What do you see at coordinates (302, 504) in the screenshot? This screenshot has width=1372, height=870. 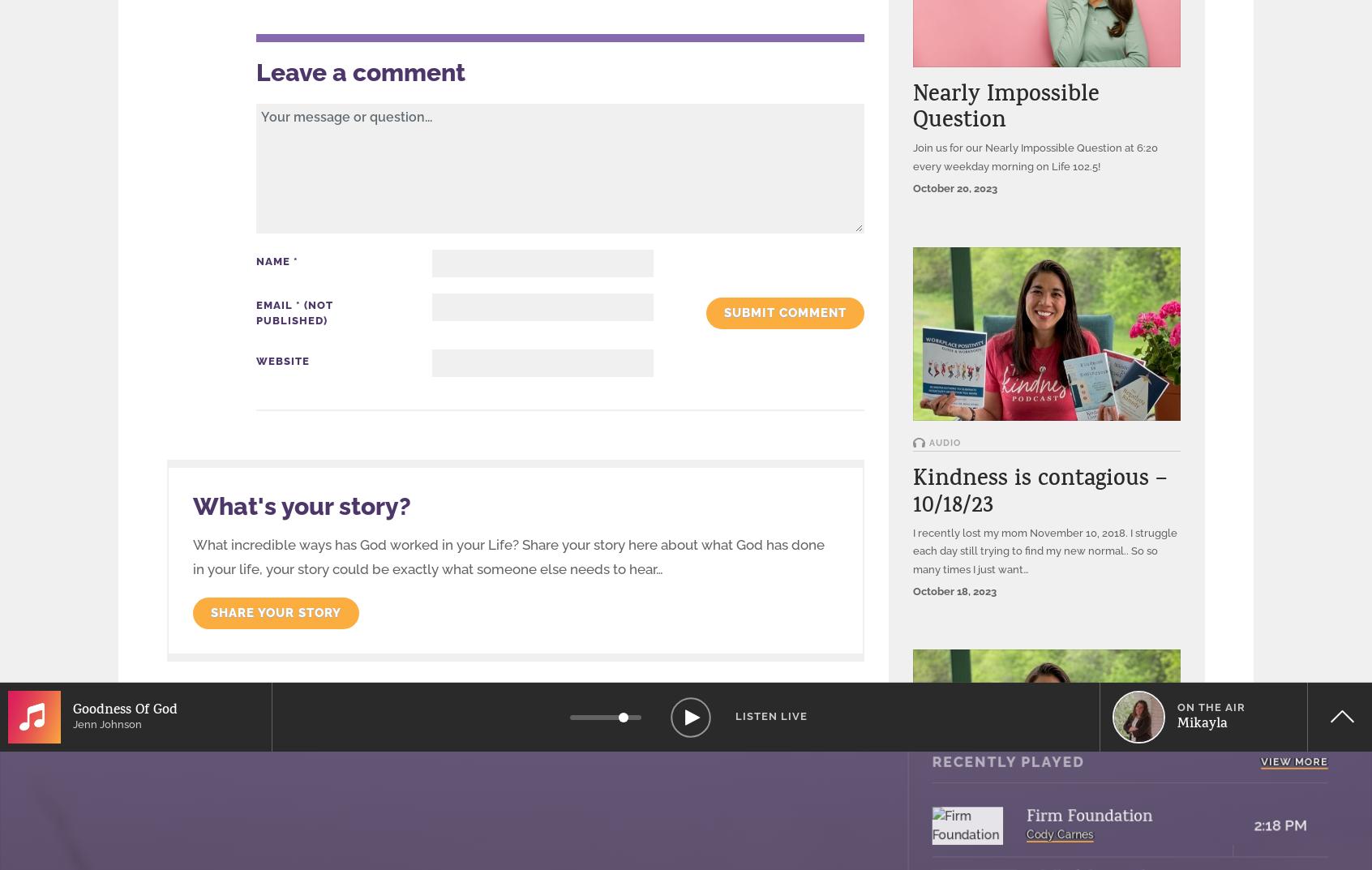 I see `'What's your story?'` at bounding box center [302, 504].